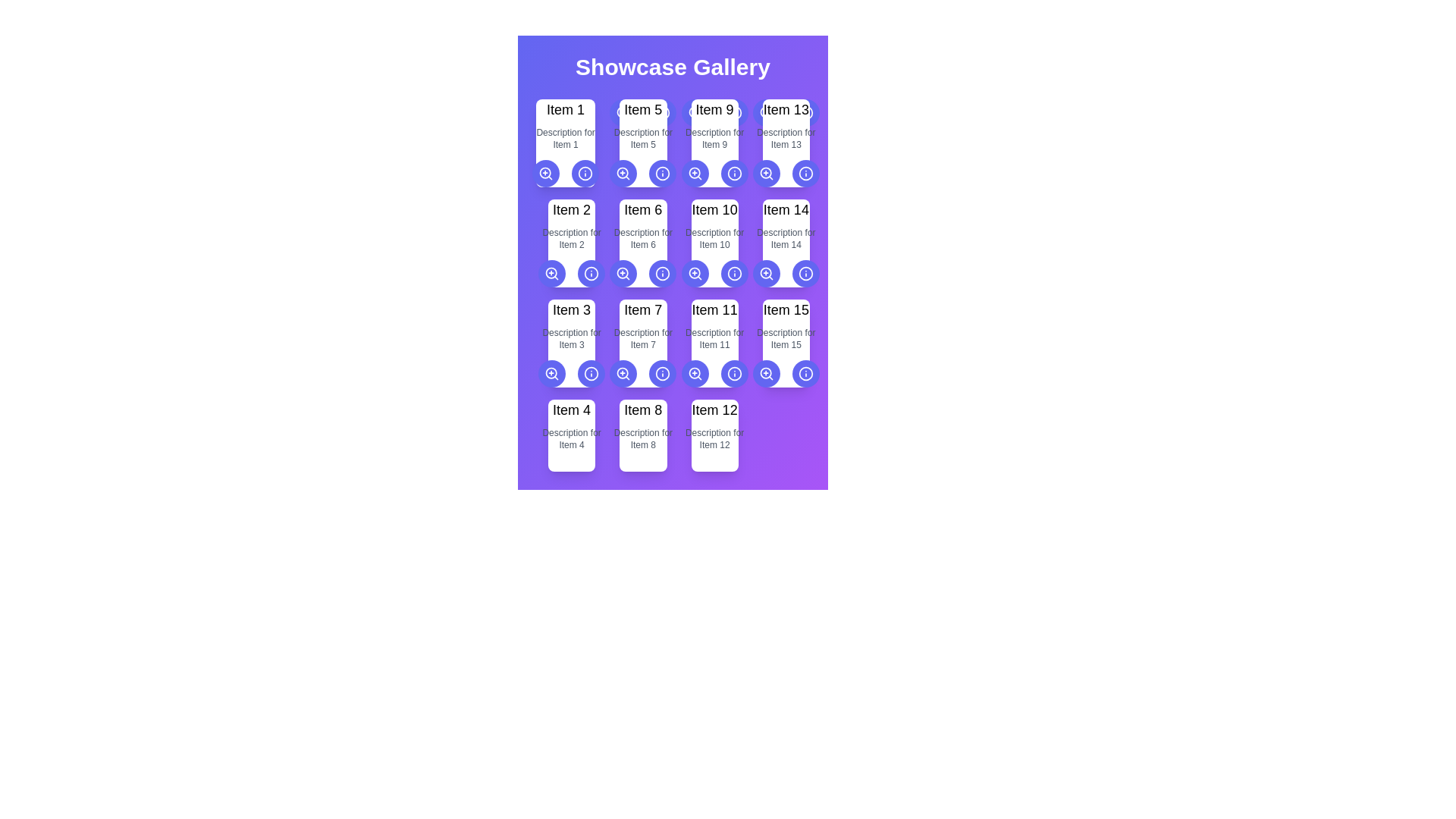 This screenshot has height=819, width=1456. I want to click on the text label displaying 'Description for Item 14', which is located under the title 'Item 14' within a card-like display, so click(786, 239).